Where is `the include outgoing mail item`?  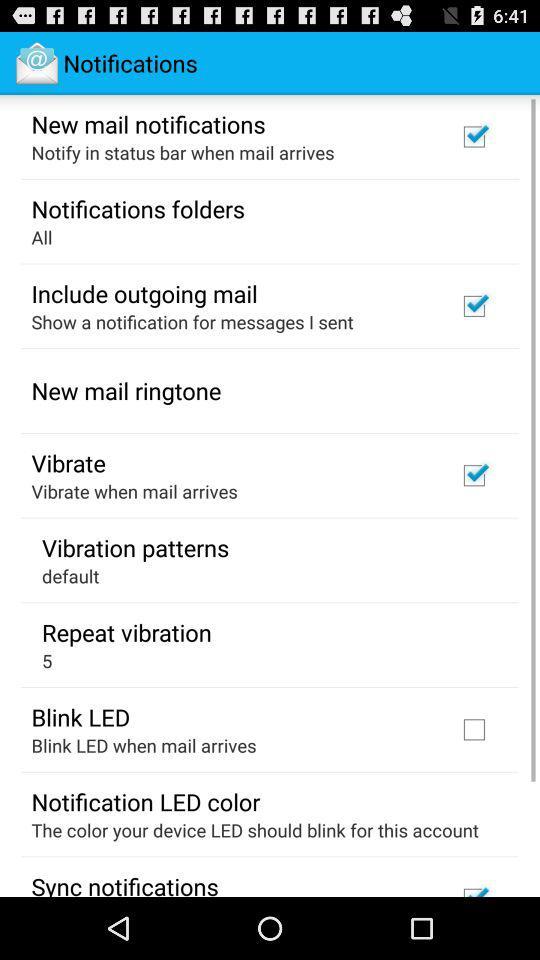
the include outgoing mail item is located at coordinates (143, 292).